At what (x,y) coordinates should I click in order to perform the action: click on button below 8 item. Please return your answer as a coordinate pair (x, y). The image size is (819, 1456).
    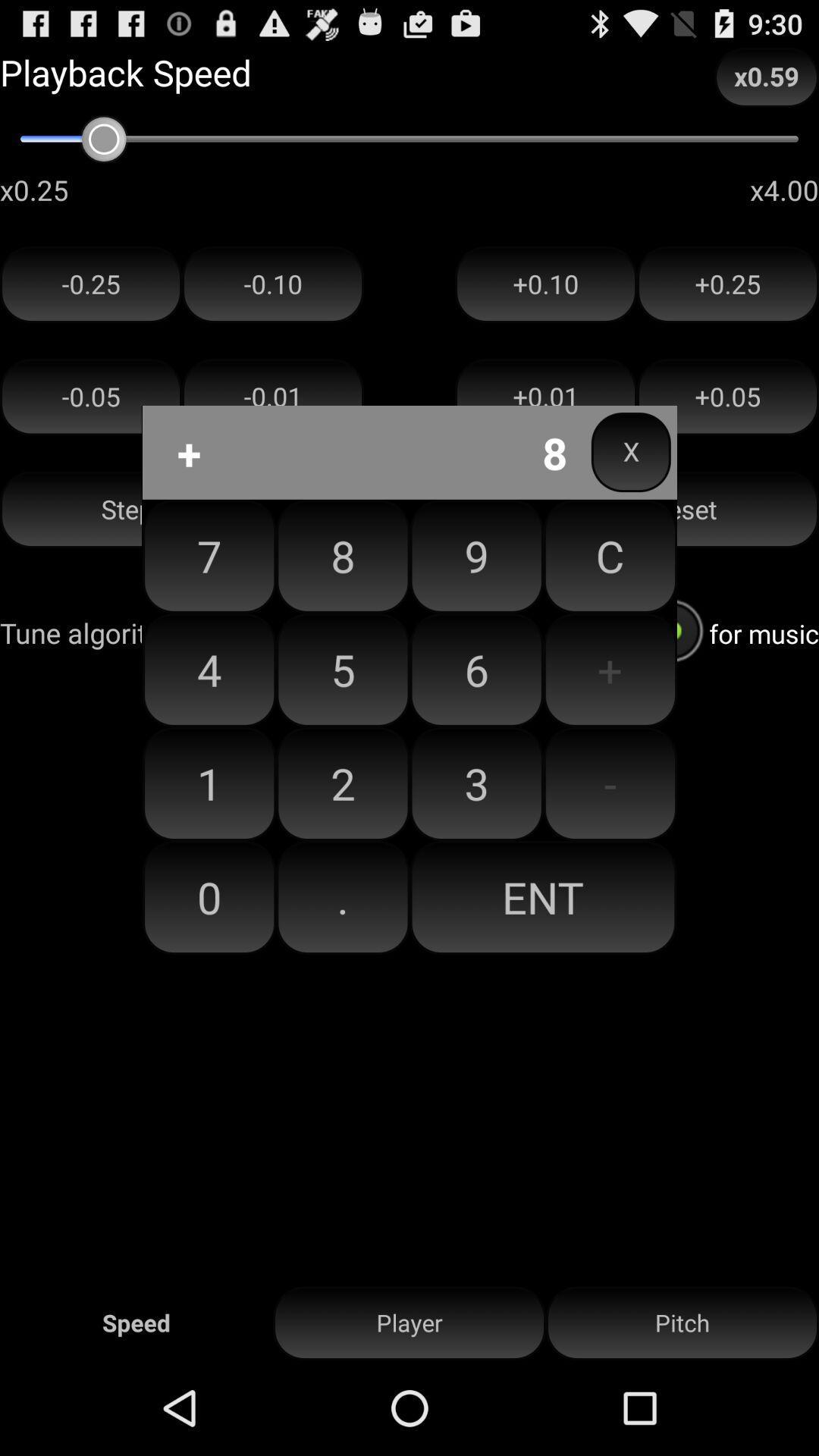
    Looking at the image, I should click on (475, 669).